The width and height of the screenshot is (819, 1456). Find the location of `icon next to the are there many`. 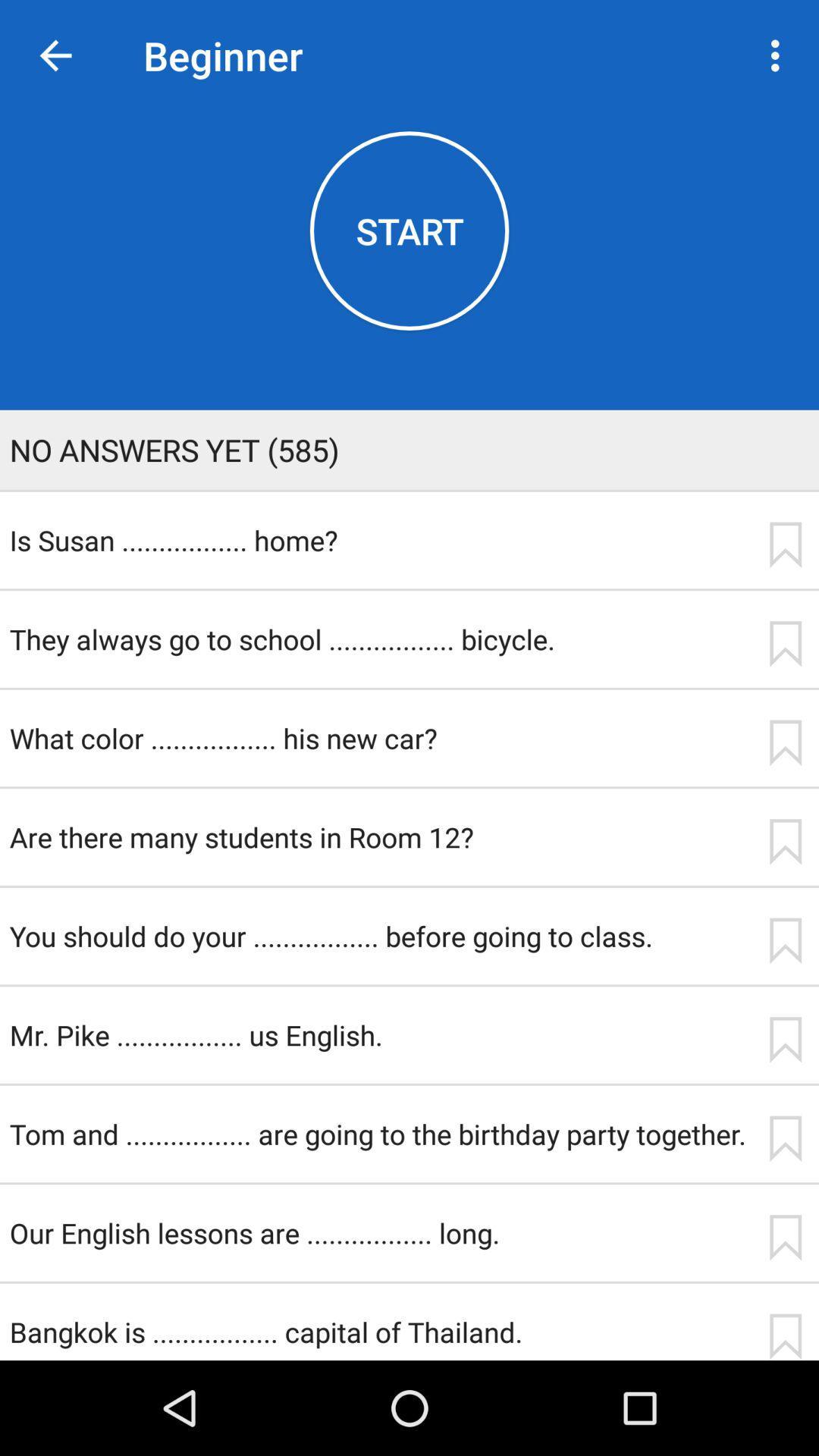

icon next to the are there many is located at coordinates (785, 841).